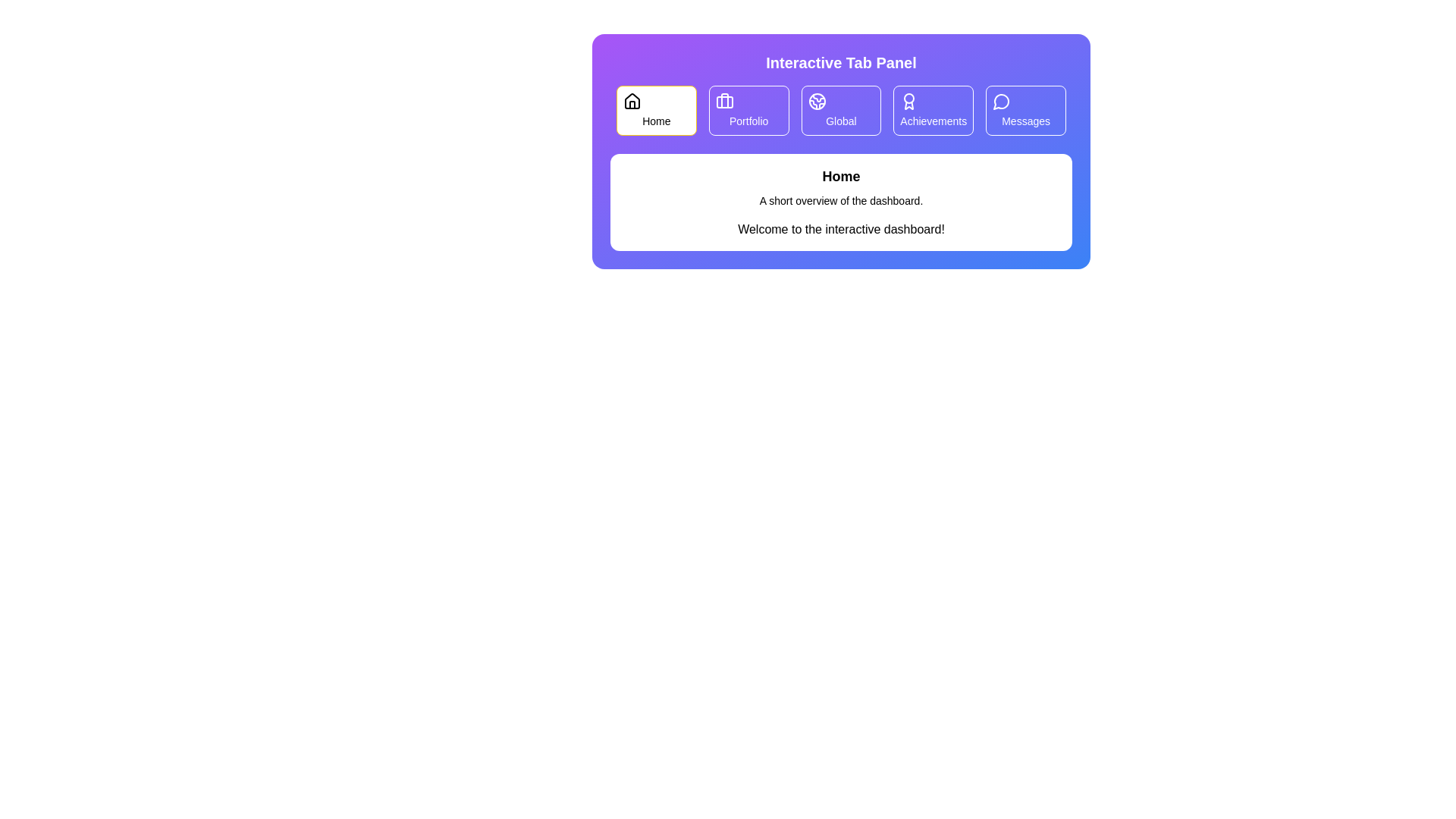 The width and height of the screenshot is (1456, 819). I want to click on displayed text from the informational panel located at the center bottom of the 'Interactive Tab Panel' under the 'Home' tab, so click(840, 201).